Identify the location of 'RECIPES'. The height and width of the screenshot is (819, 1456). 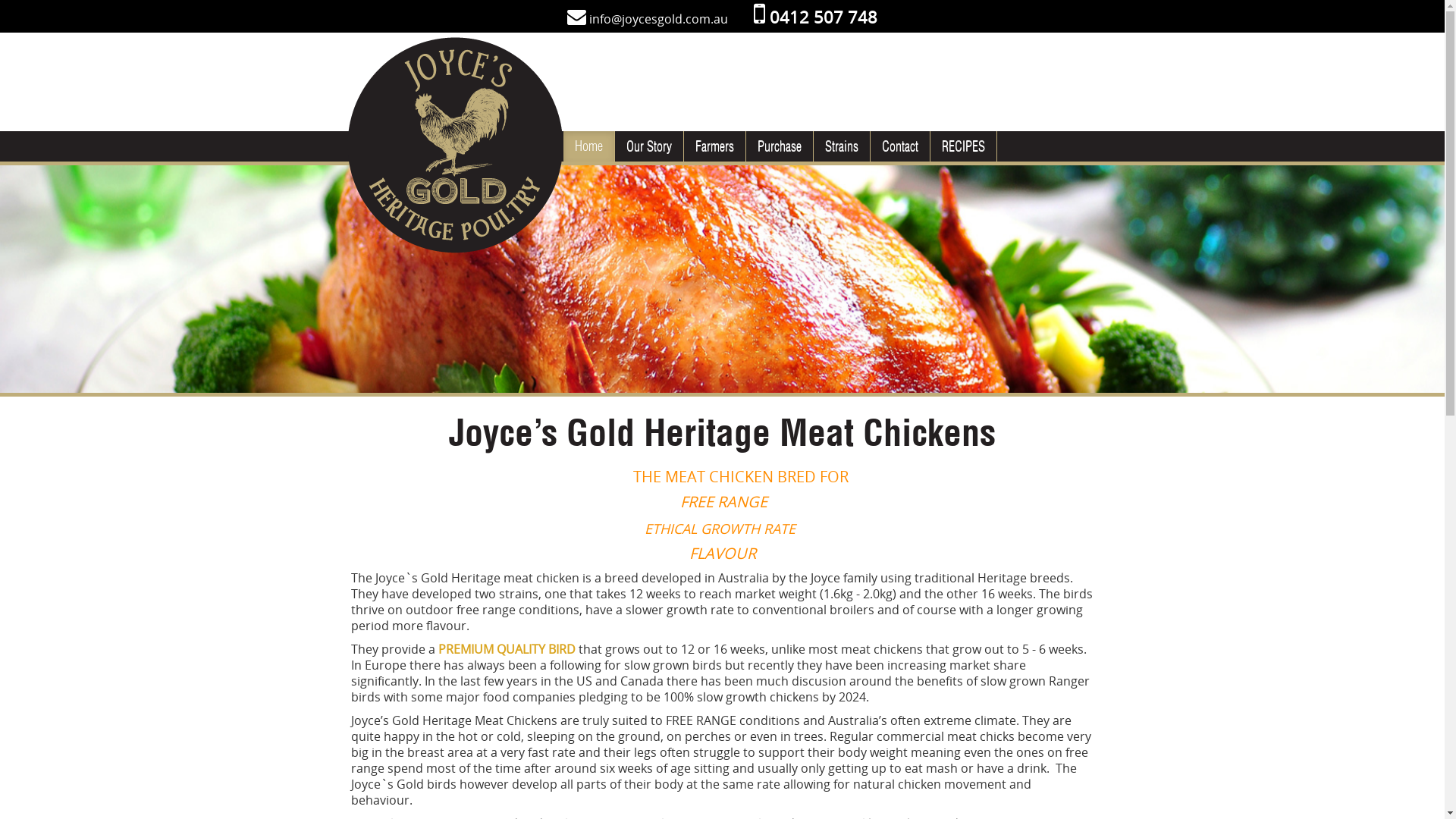
(962, 146).